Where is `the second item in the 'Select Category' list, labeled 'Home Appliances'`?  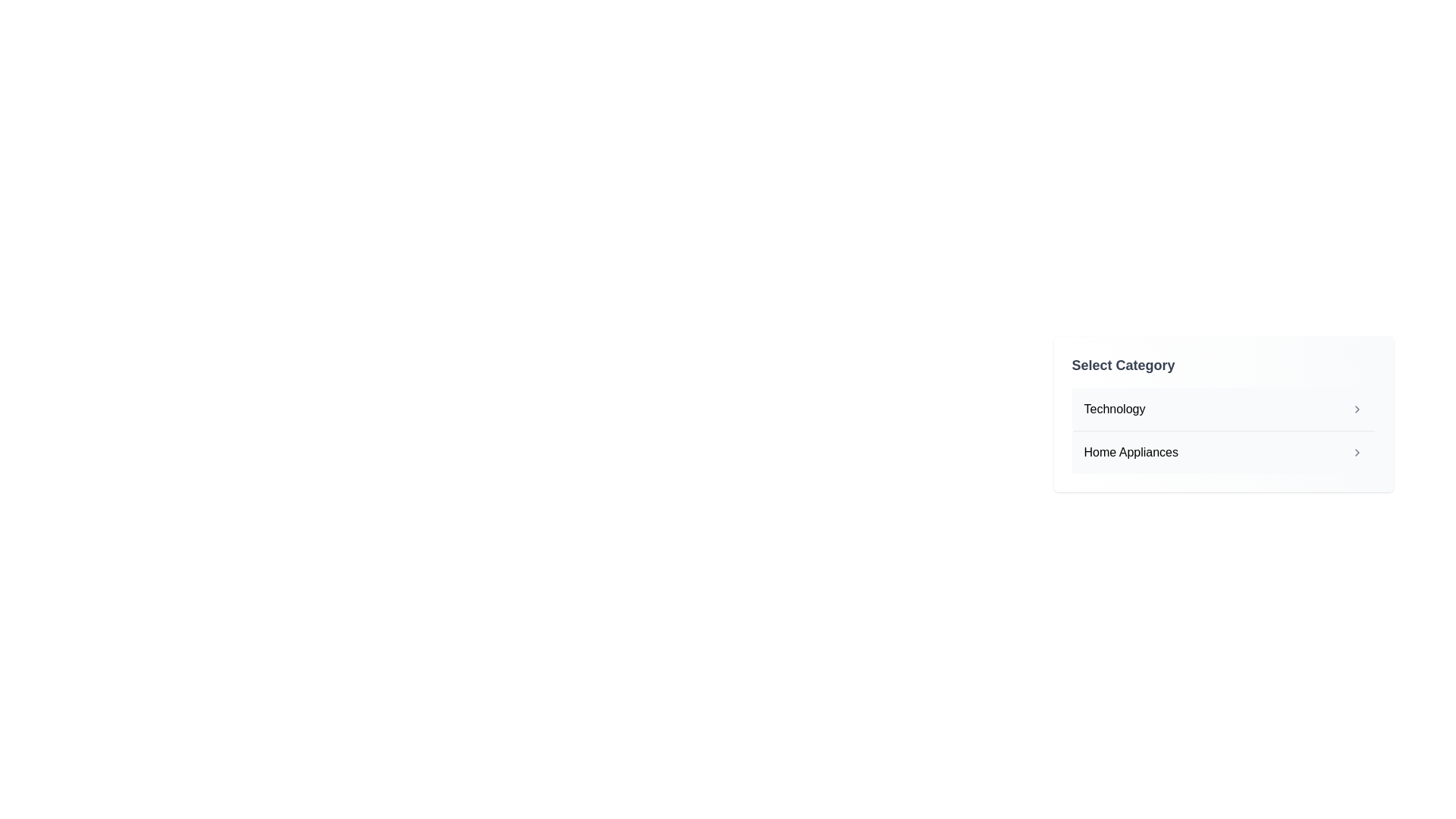 the second item in the 'Select Category' list, labeled 'Home Appliances' is located at coordinates (1223, 451).